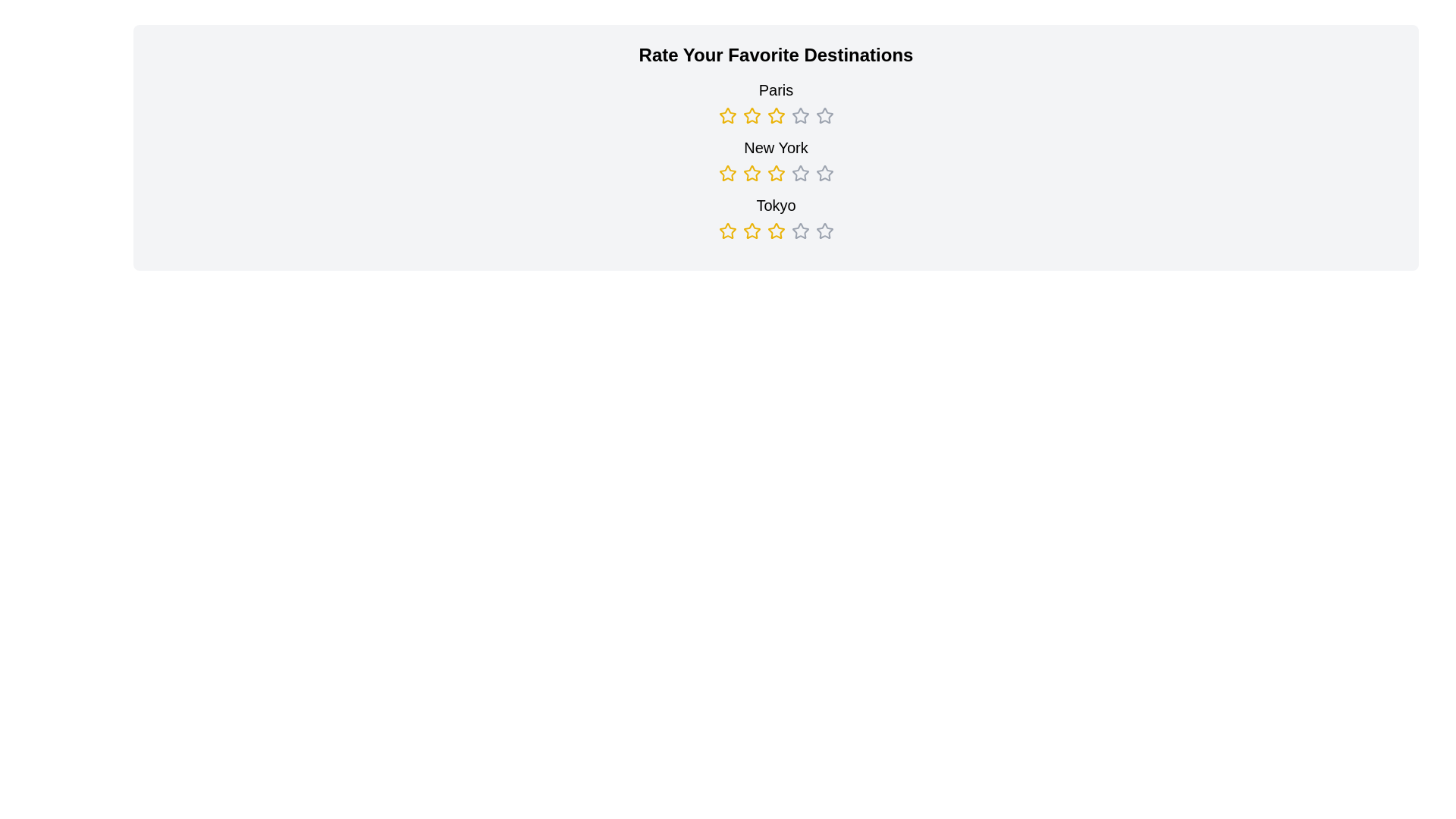 The image size is (1456, 819). I want to click on the text label that serves as the first destination heading for 'Paris', positioned between 'Rate Your Favorite Destinations' and the rating stars, so click(776, 102).